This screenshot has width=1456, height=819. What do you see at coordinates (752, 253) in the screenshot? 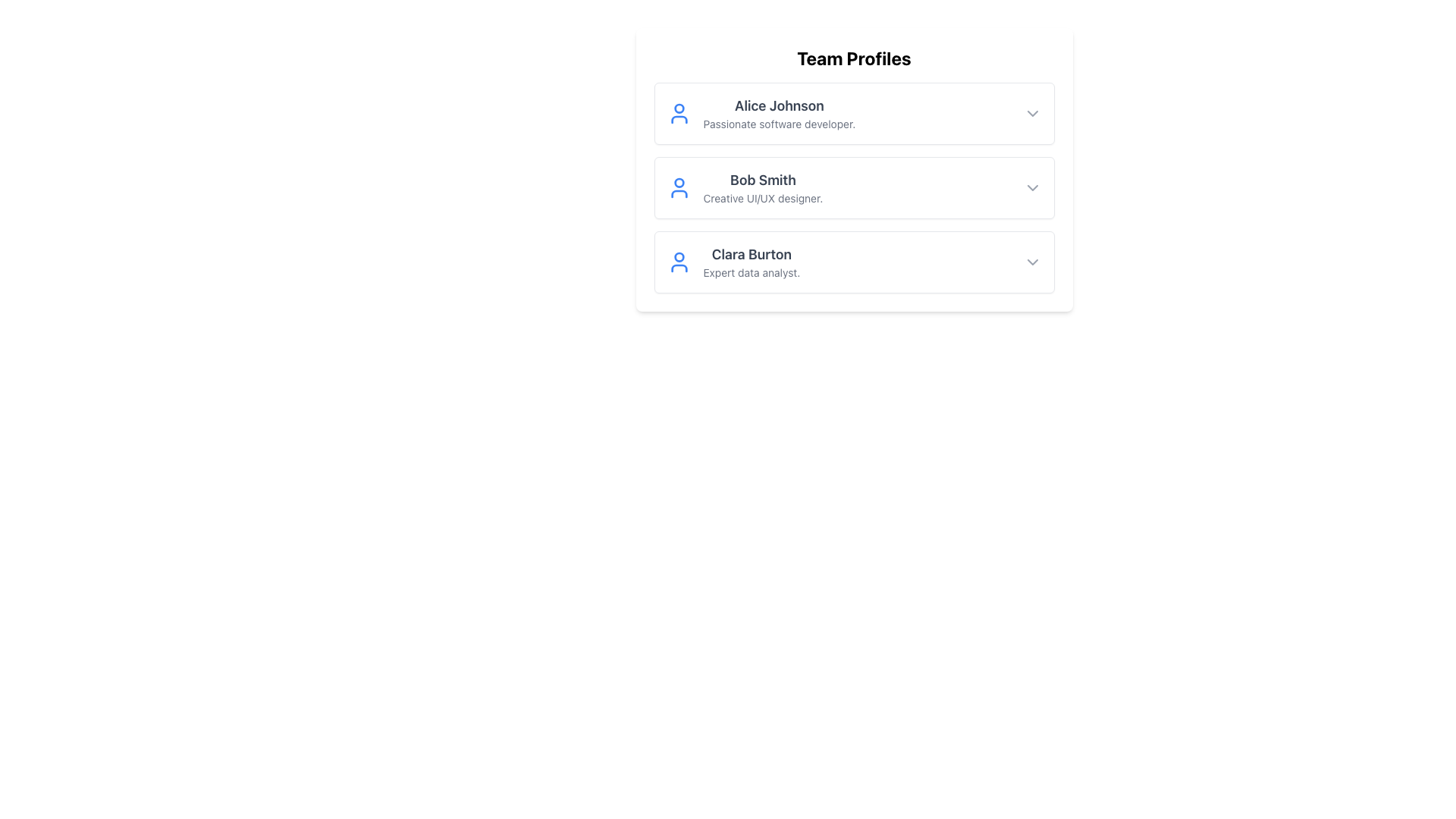
I see `text content of the user name displayed in the text label at the top of the third profile card, which identifies the individual associated with the profile` at bounding box center [752, 253].